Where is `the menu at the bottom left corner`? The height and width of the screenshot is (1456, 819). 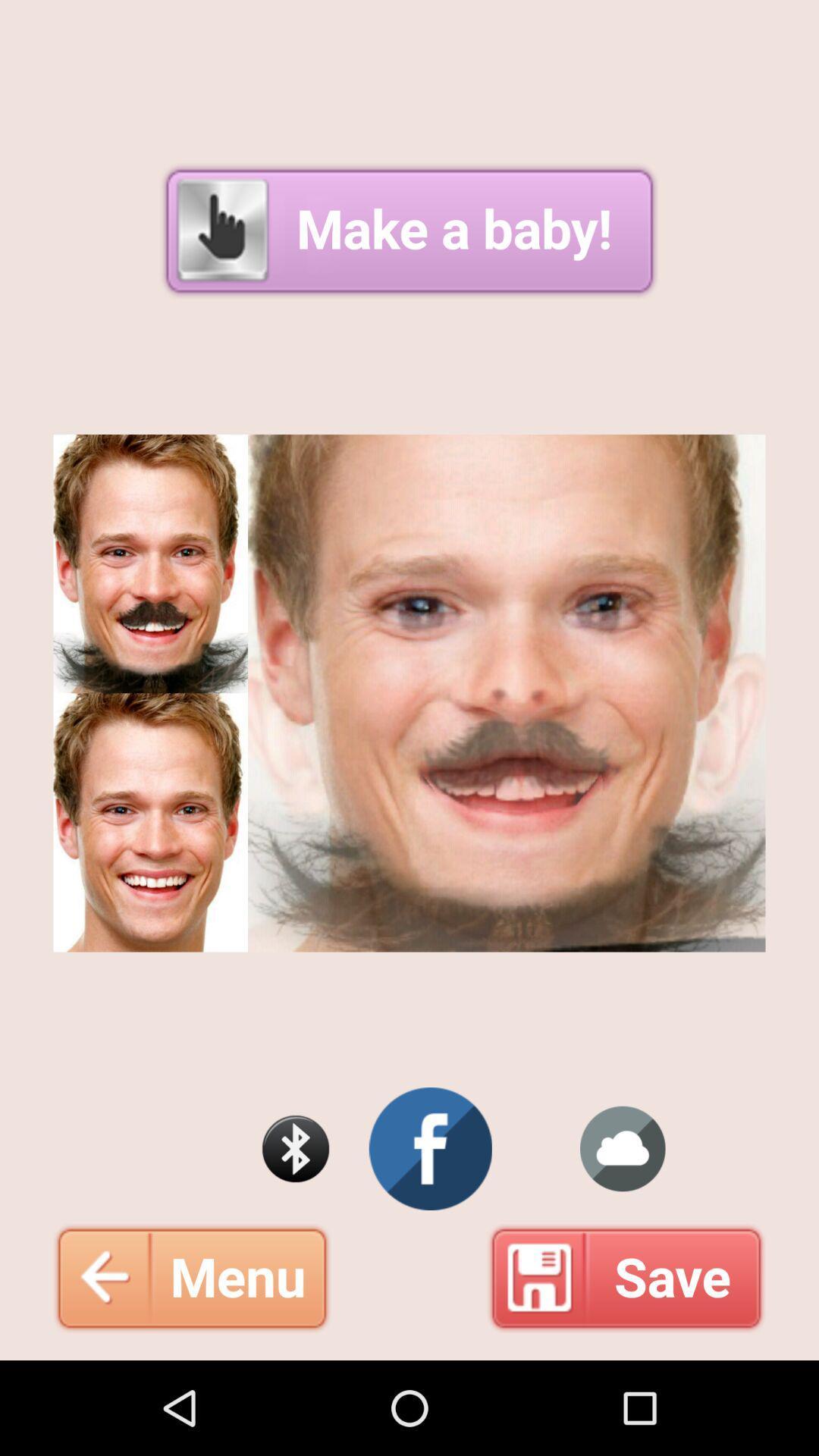
the menu at the bottom left corner is located at coordinates (191, 1277).